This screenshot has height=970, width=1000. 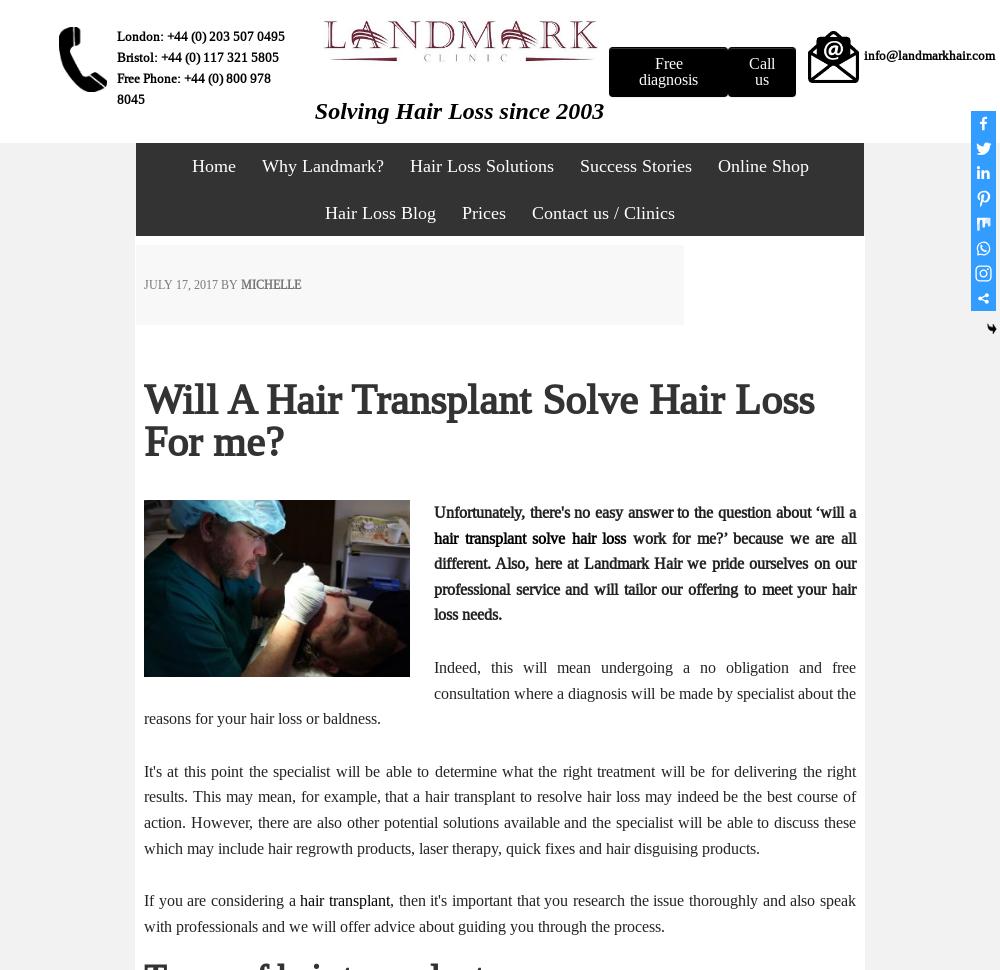 What do you see at coordinates (578, 164) in the screenshot?
I see `'Success Stories'` at bounding box center [578, 164].